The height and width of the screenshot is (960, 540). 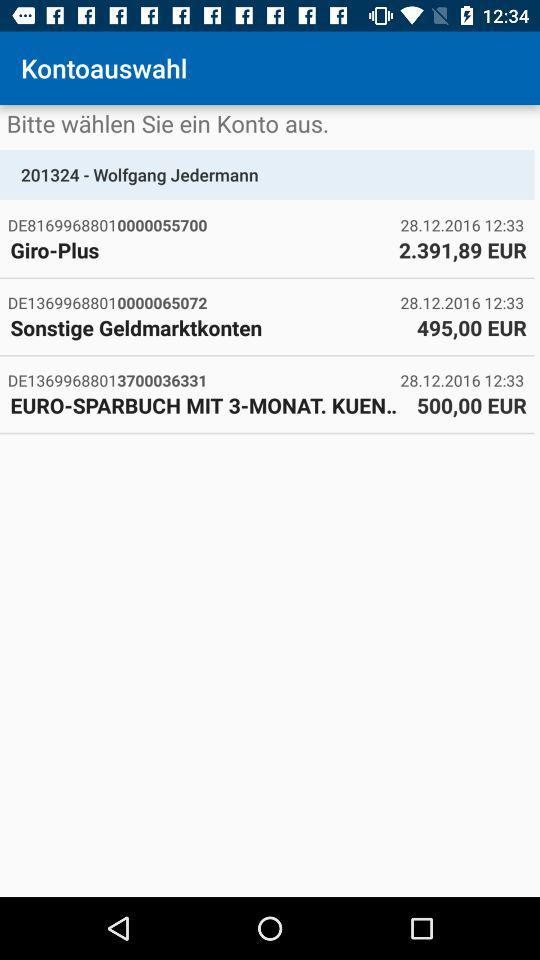 I want to click on the 2 391 89 icon, so click(x=462, y=249).